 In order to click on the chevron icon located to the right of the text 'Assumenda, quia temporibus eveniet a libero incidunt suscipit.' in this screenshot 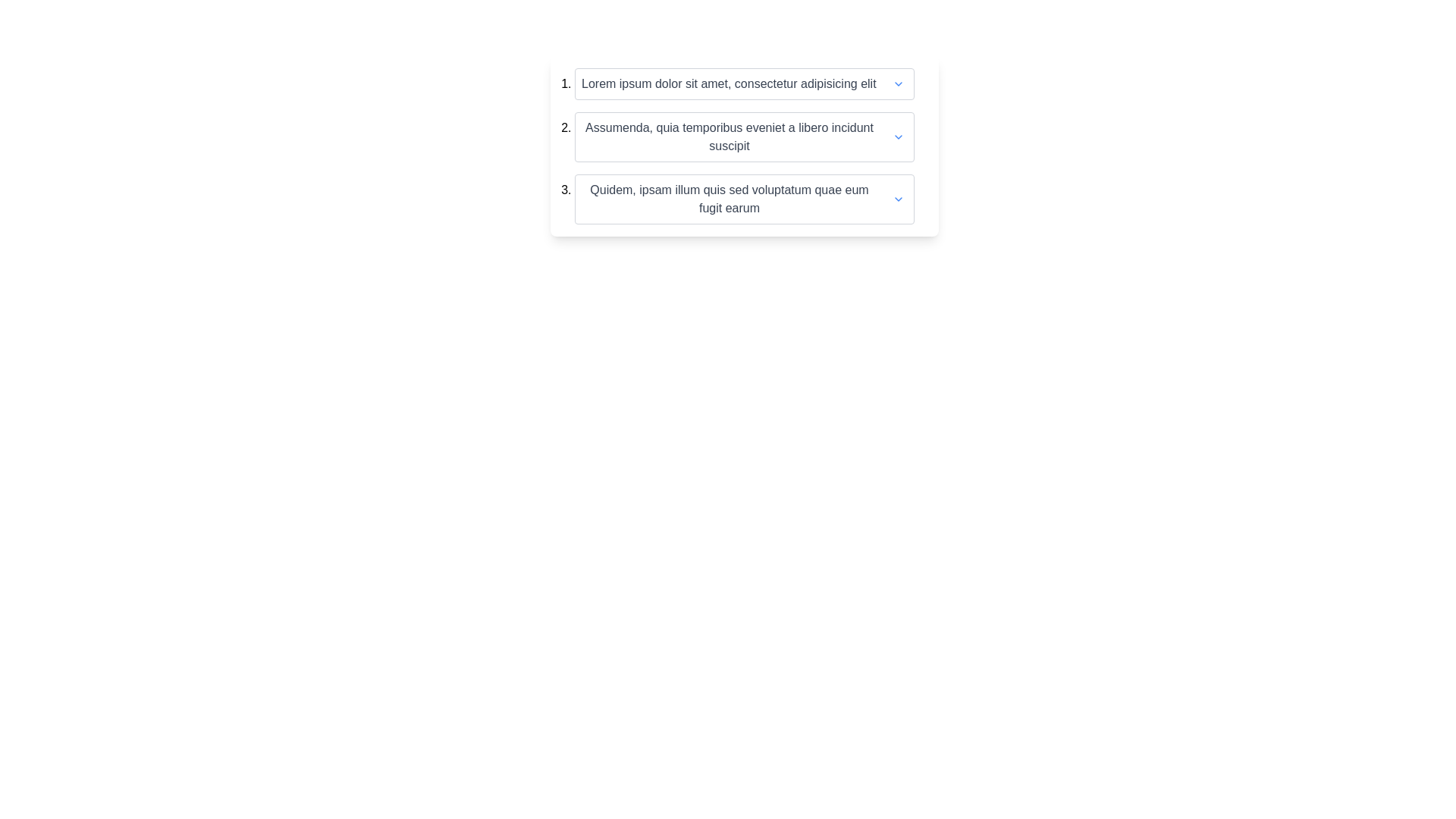, I will do `click(899, 137)`.